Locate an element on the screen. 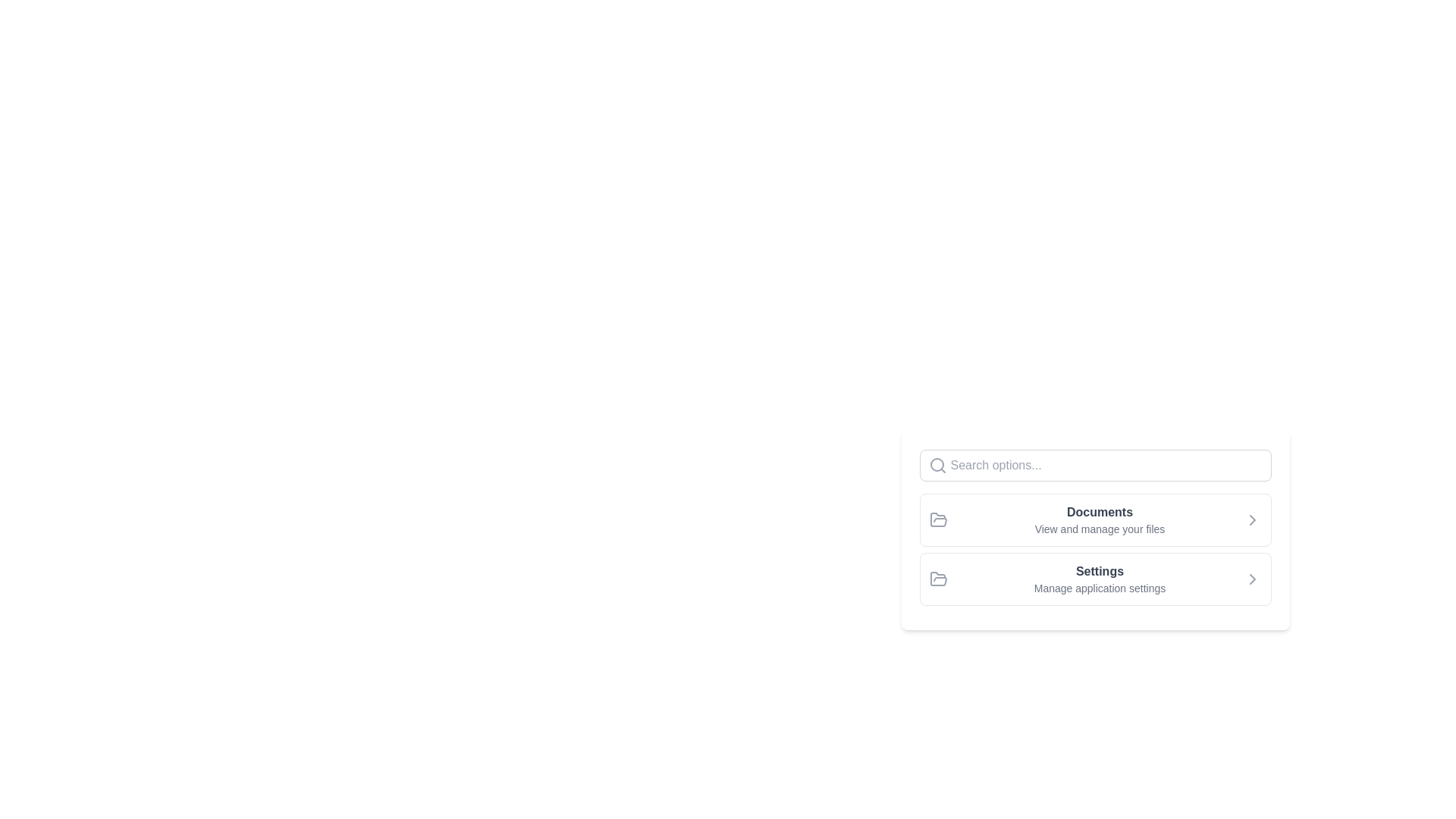 Image resolution: width=1456 pixels, height=819 pixels. the right chevron icon button, which is styled in light gray and positioned at the far right within the 'Documents' section is located at coordinates (1252, 519).